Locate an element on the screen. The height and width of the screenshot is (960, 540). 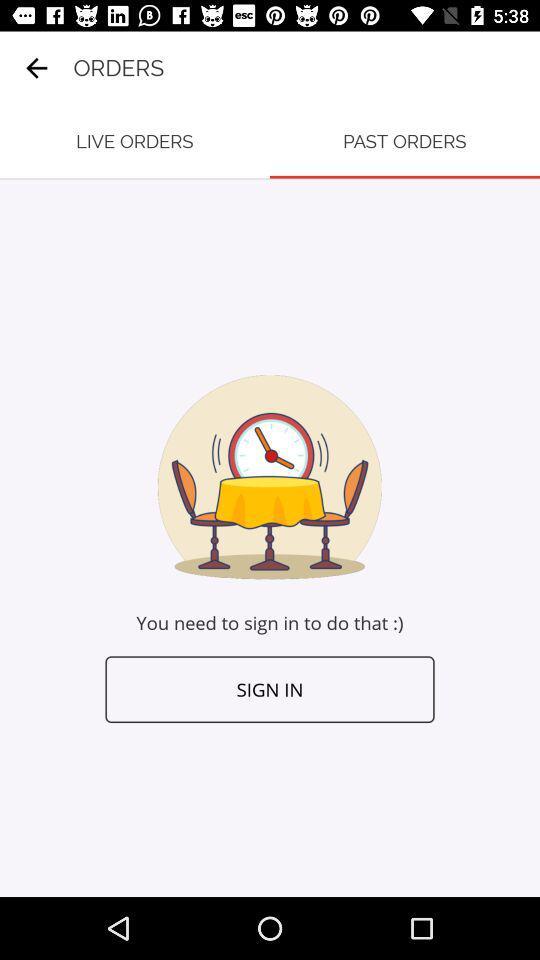
icon above the live orders is located at coordinates (36, 68).